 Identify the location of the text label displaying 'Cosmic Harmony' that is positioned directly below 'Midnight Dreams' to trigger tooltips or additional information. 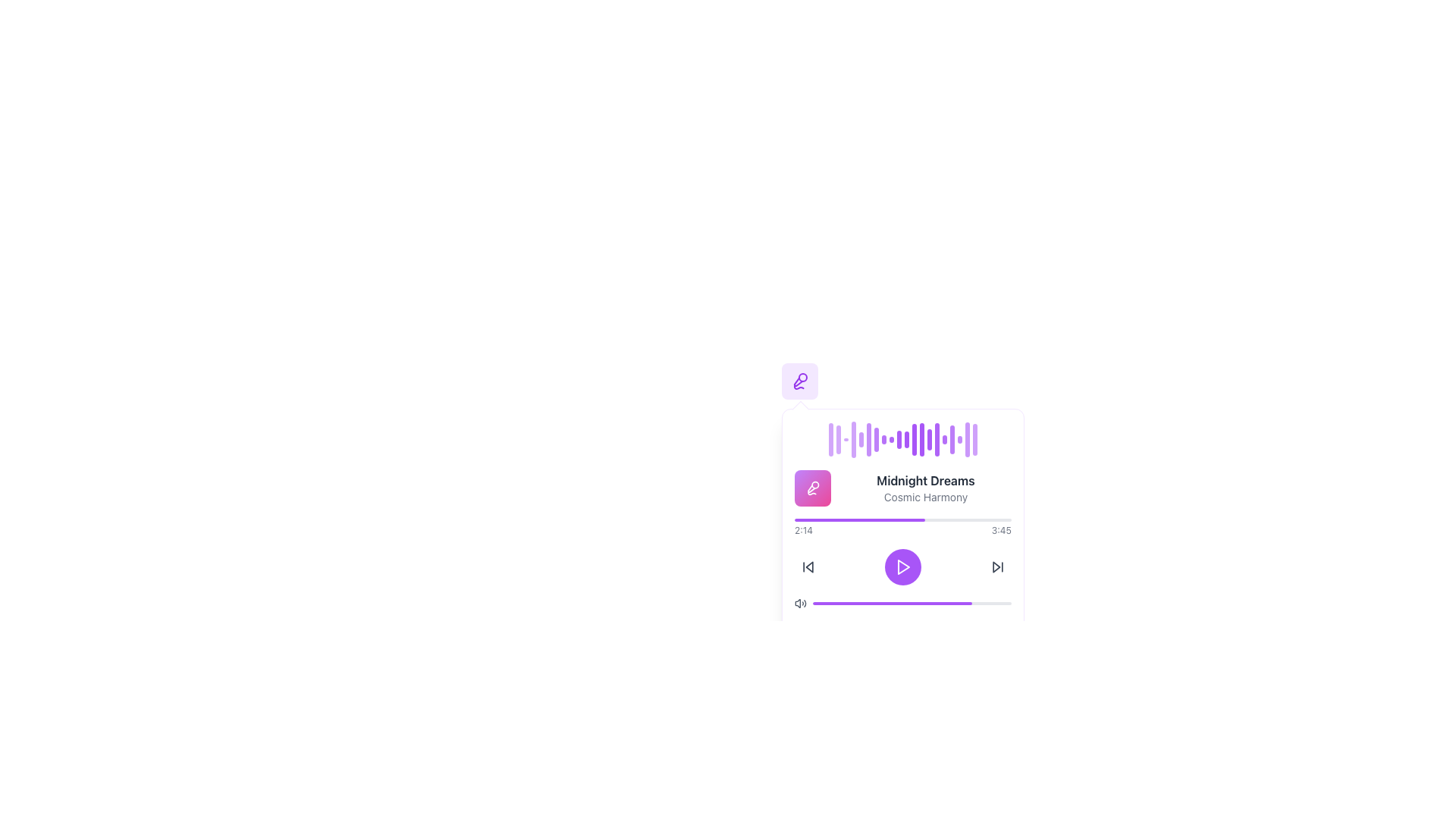
(924, 497).